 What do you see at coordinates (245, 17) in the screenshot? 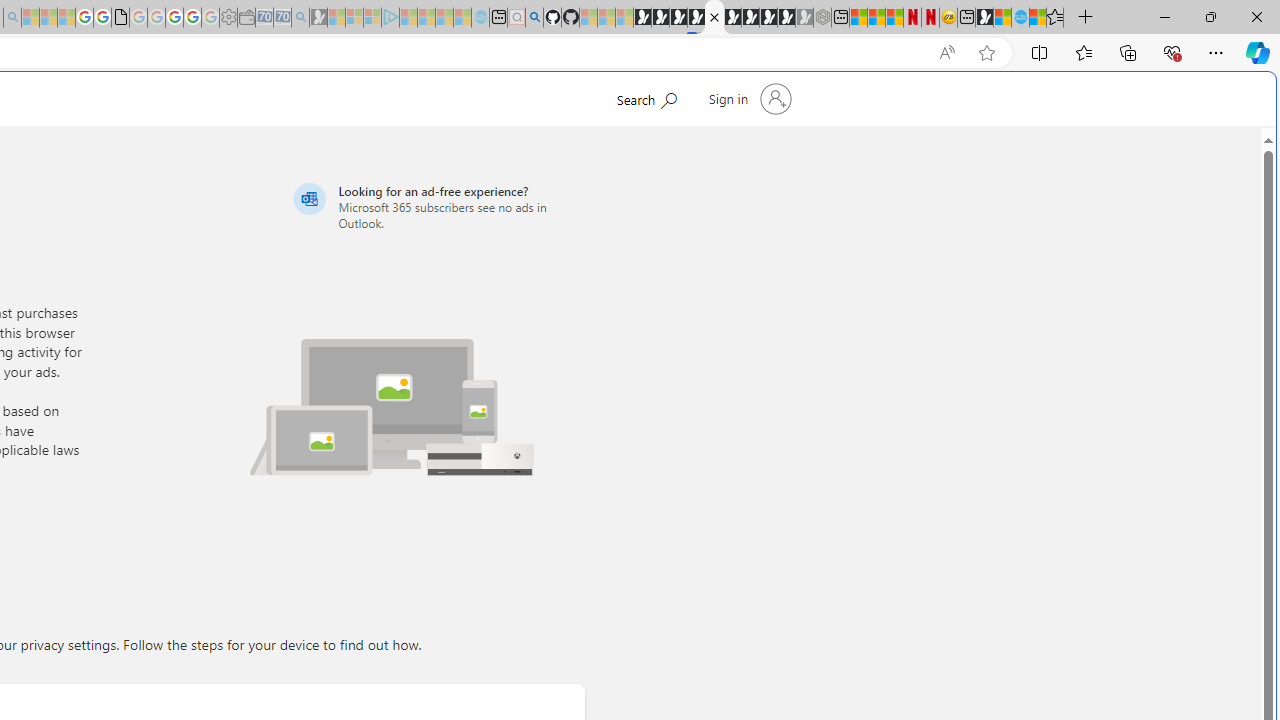
I see `'Wallet - Sleeping'` at bounding box center [245, 17].